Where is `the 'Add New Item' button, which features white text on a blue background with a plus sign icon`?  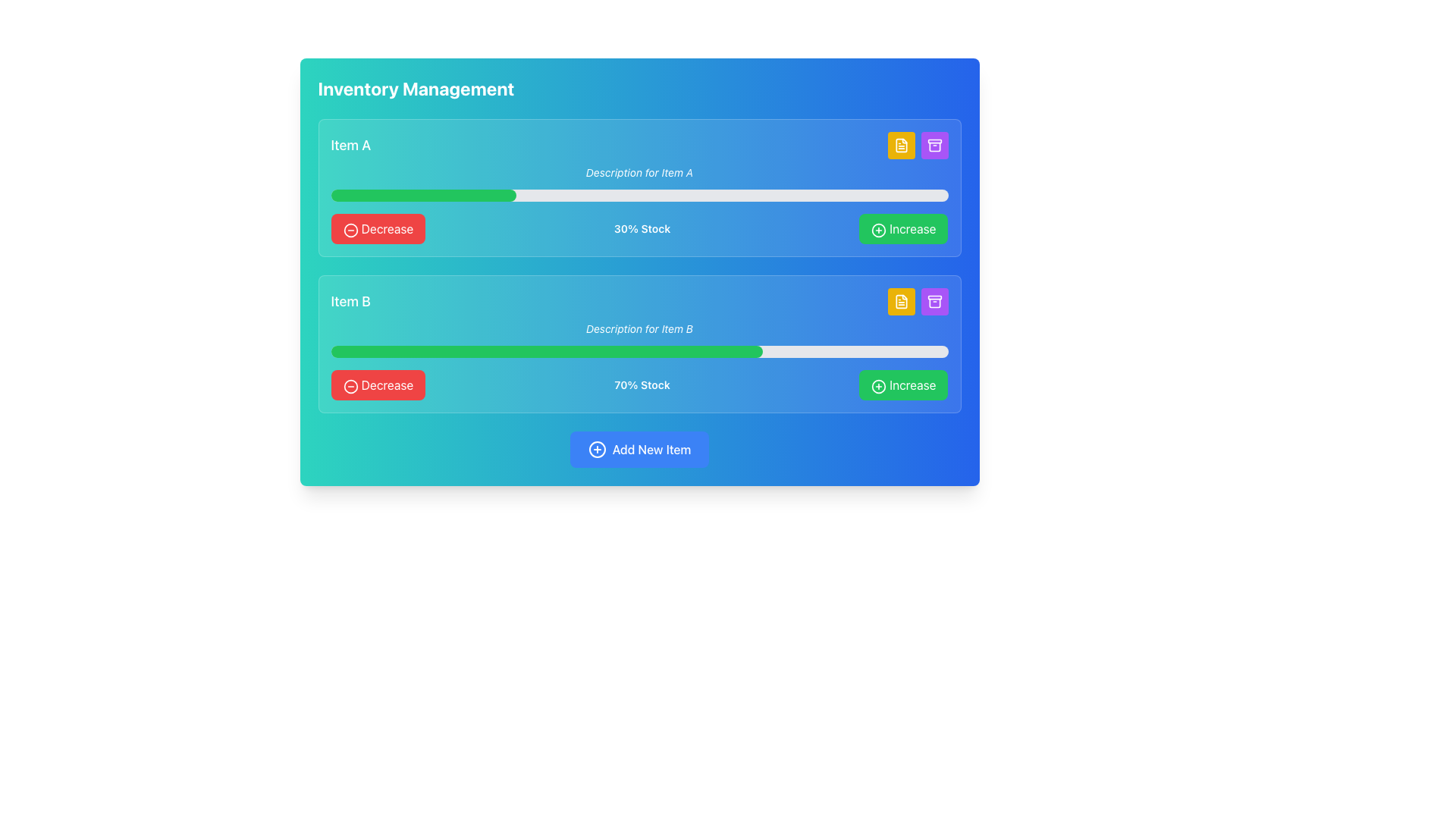
the 'Add New Item' button, which features white text on a blue background with a plus sign icon is located at coordinates (639, 449).